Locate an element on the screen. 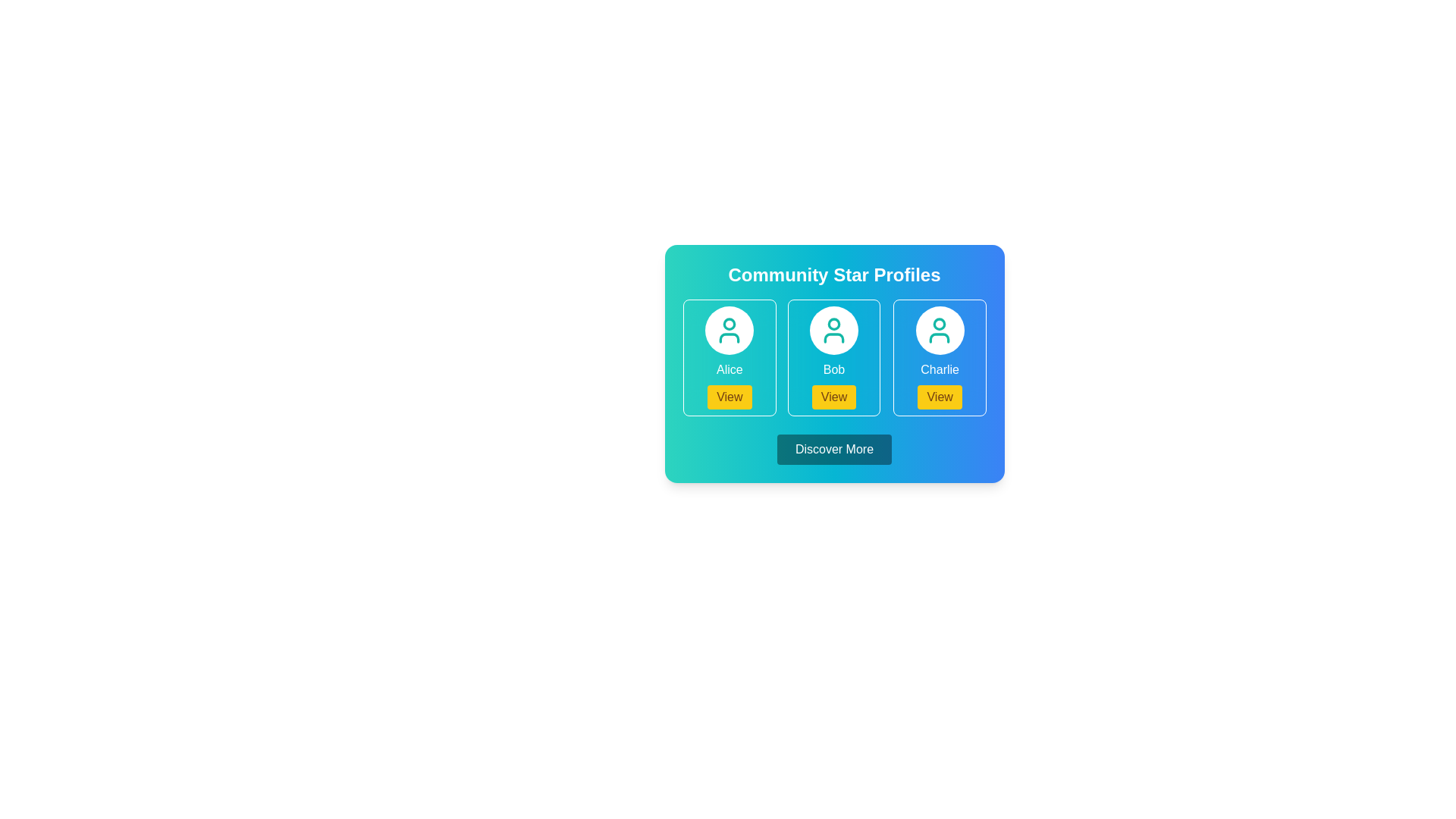 This screenshot has width=1456, height=819. the lower segment of the SVG graphic representing the body of the user in the 'Charlie' profile, located in the 'Community Star Profiles' section is located at coordinates (939, 337).